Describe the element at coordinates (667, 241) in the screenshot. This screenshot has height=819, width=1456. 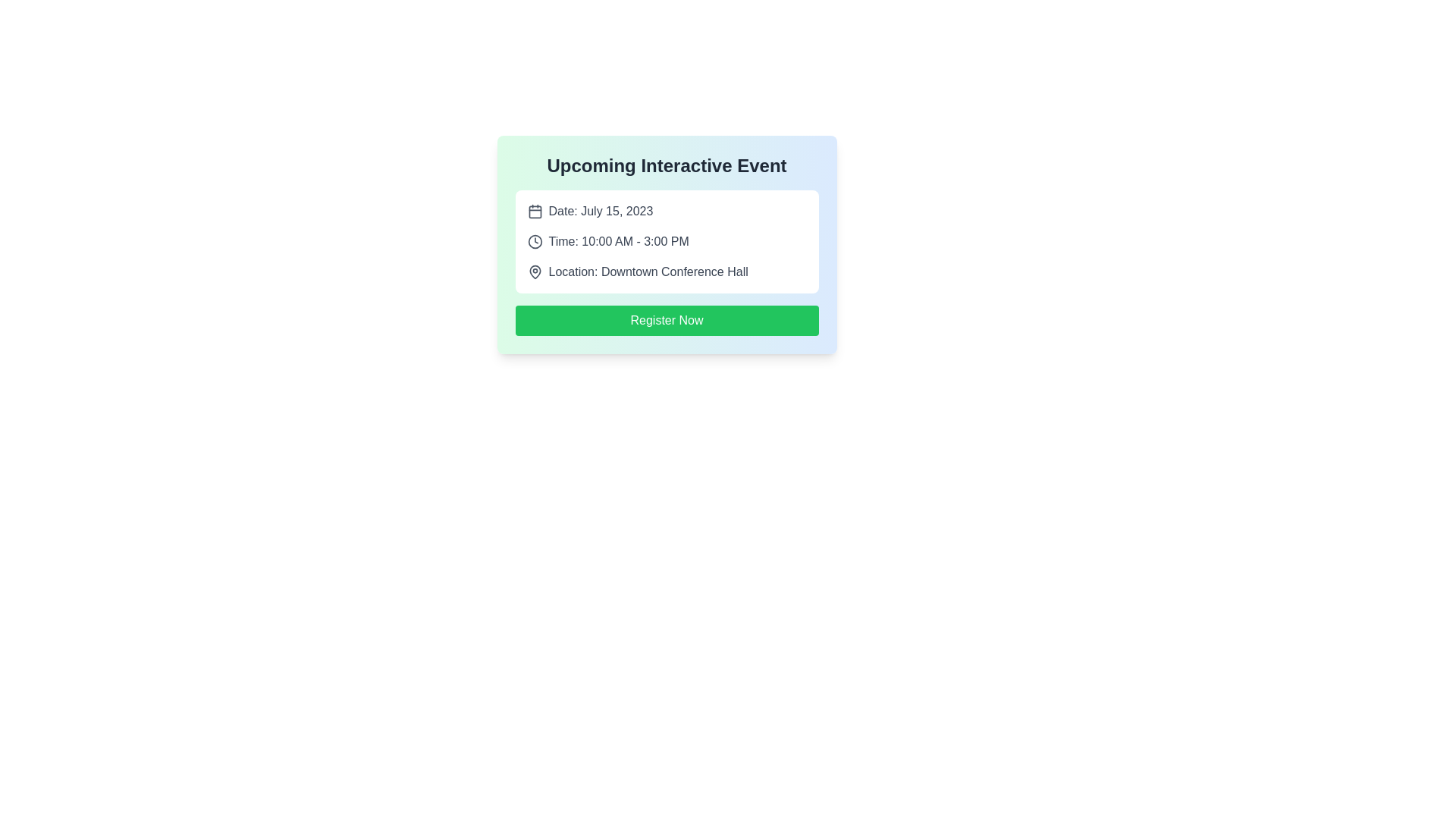
I see `the static text element that communicates the timing details of the upcoming interactive event, positioned between the date and location elements` at that location.